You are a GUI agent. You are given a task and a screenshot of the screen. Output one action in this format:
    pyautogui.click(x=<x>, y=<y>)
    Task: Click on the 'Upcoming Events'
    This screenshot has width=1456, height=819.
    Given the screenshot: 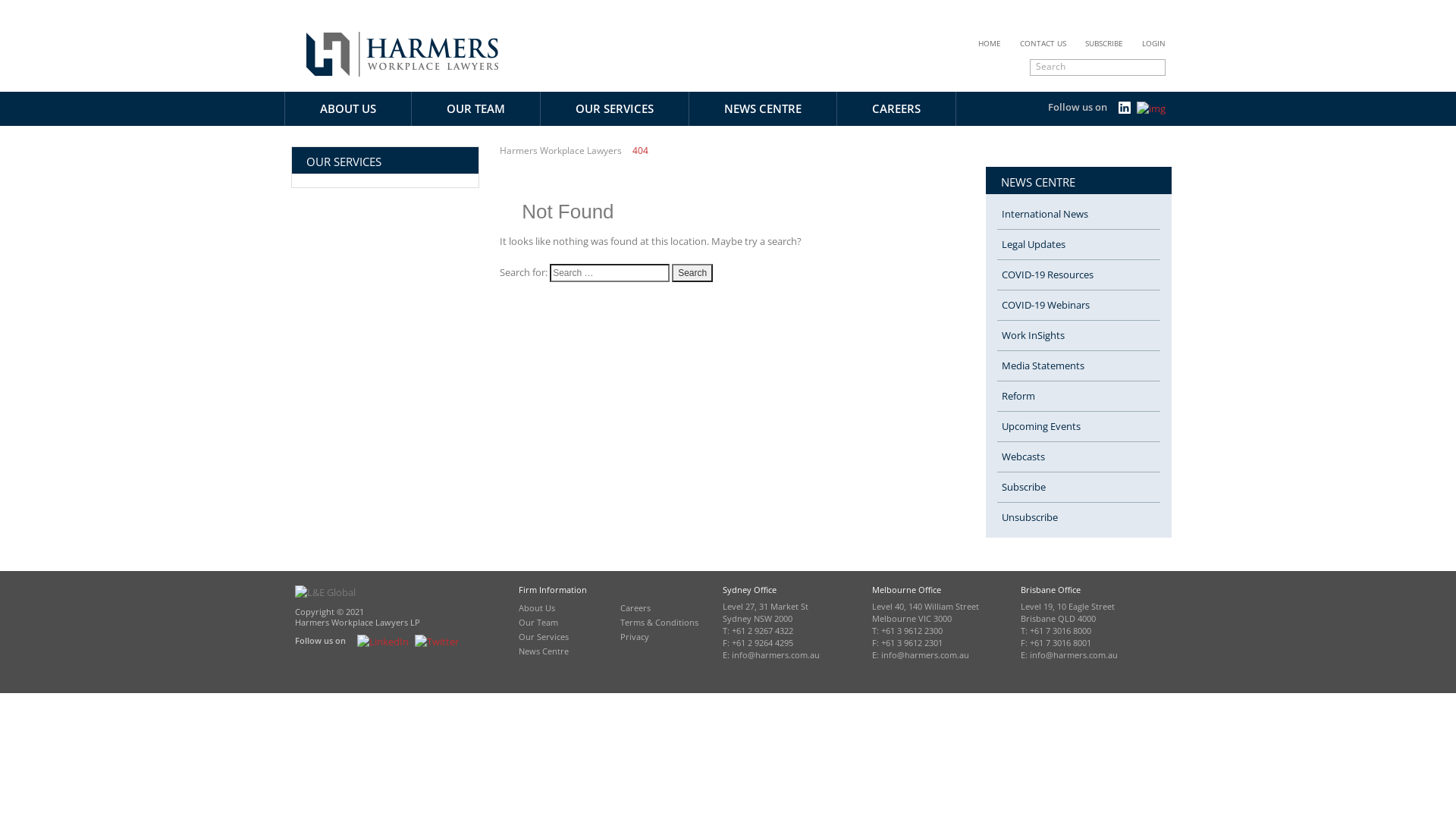 What is the action you would take?
    pyautogui.click(x=1078, y=427)
    